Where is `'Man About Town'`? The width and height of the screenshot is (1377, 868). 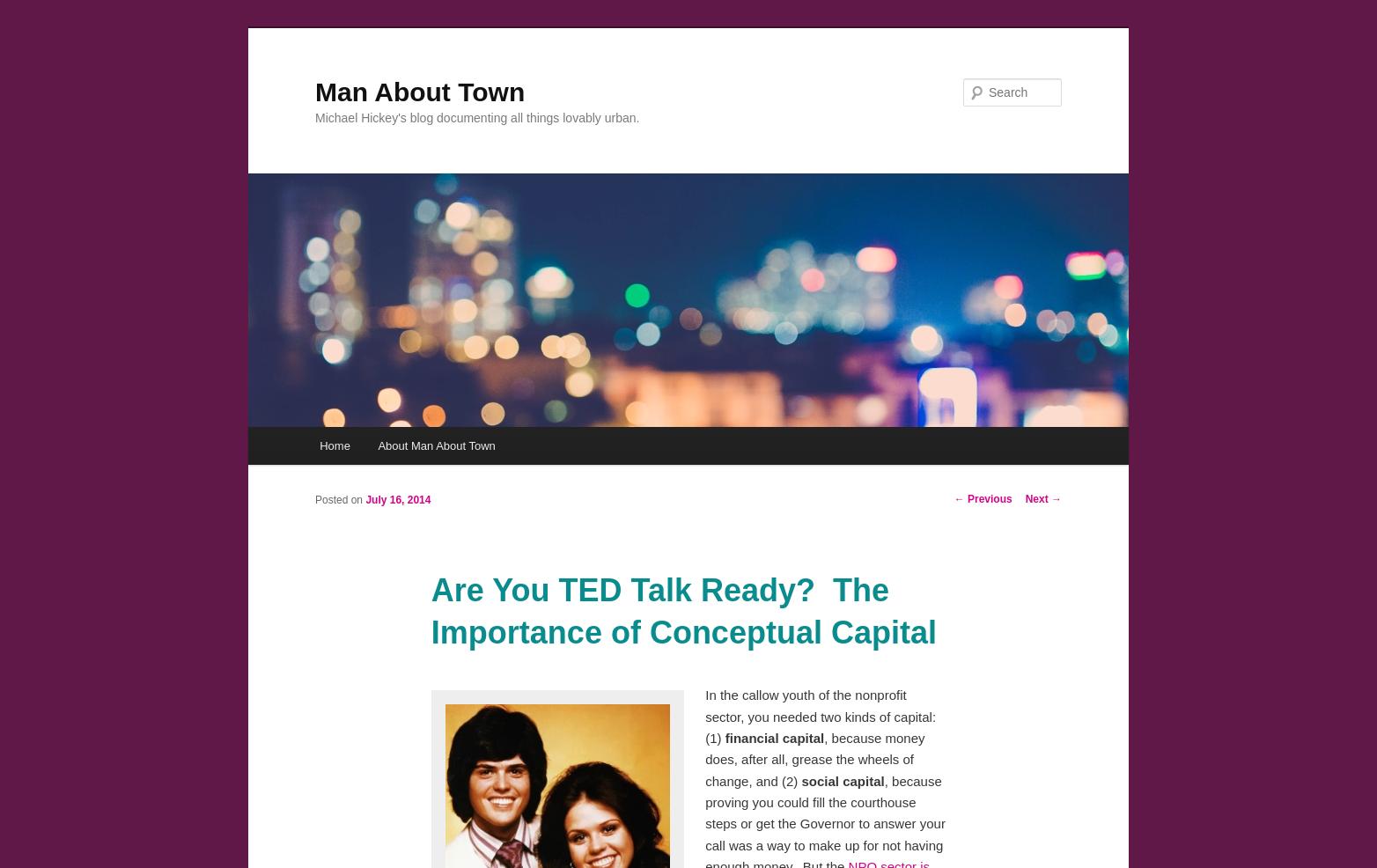 'Man About Town' is located at coordinates (420, 91).